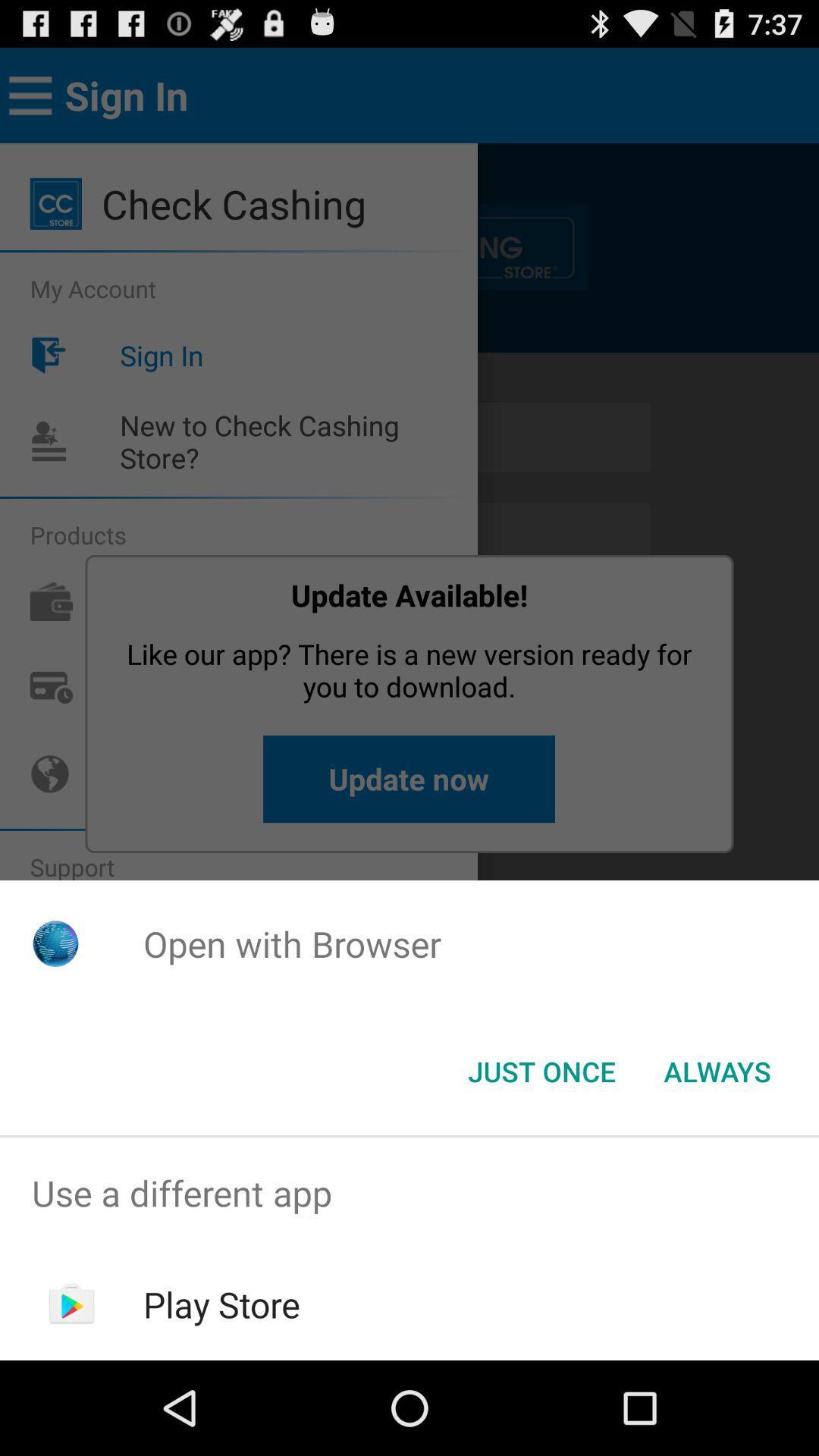 The height and width of the screenshot is (1456, 819). Describe the element at coordinates (409, 1192) in the screenshot. I see `the item above play store item` at that location.